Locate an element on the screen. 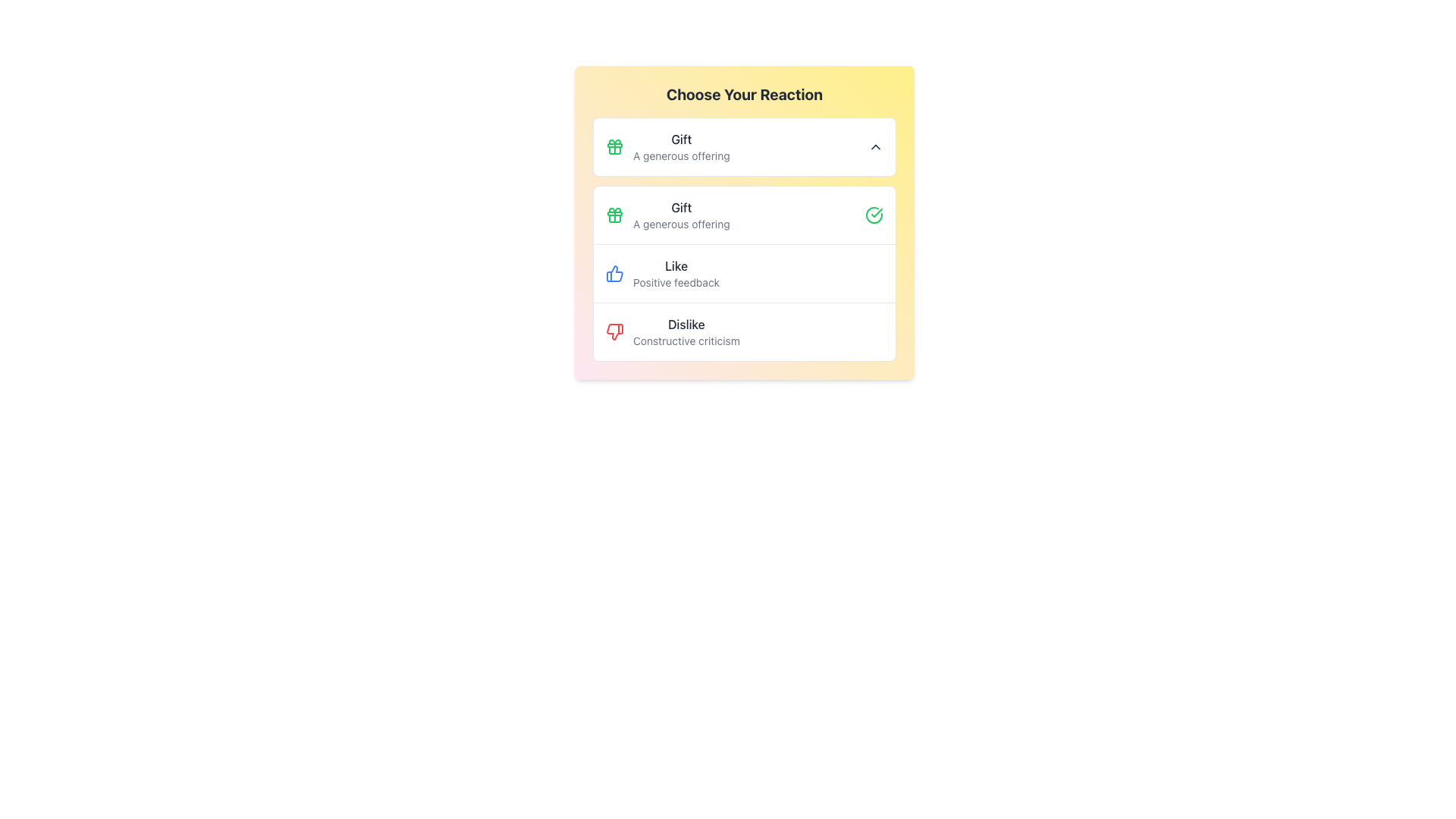 The image size is (1456, 819). the circular icon with a checkmark in the 'Choose Your Reaction' menu, located to the right of the second 'Gift' label and above the 'Like' option is located at coordinates (874, 215).